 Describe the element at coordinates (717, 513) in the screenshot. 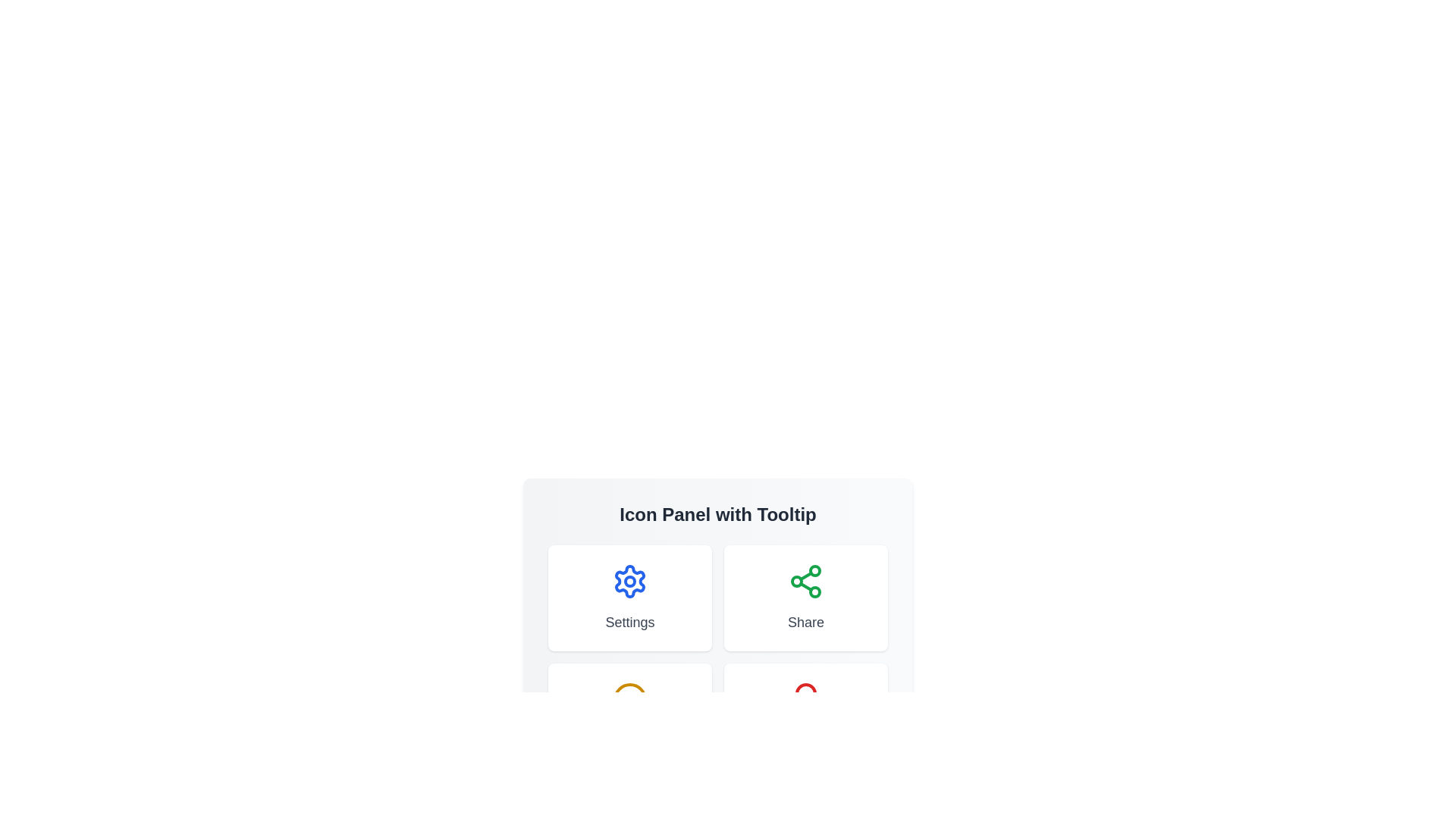

I see `the Text element stating 'Icon Panel with Tooltip', which is a bold, large font heading in dark gray, positioned above a grid of icon buttons` at that location.